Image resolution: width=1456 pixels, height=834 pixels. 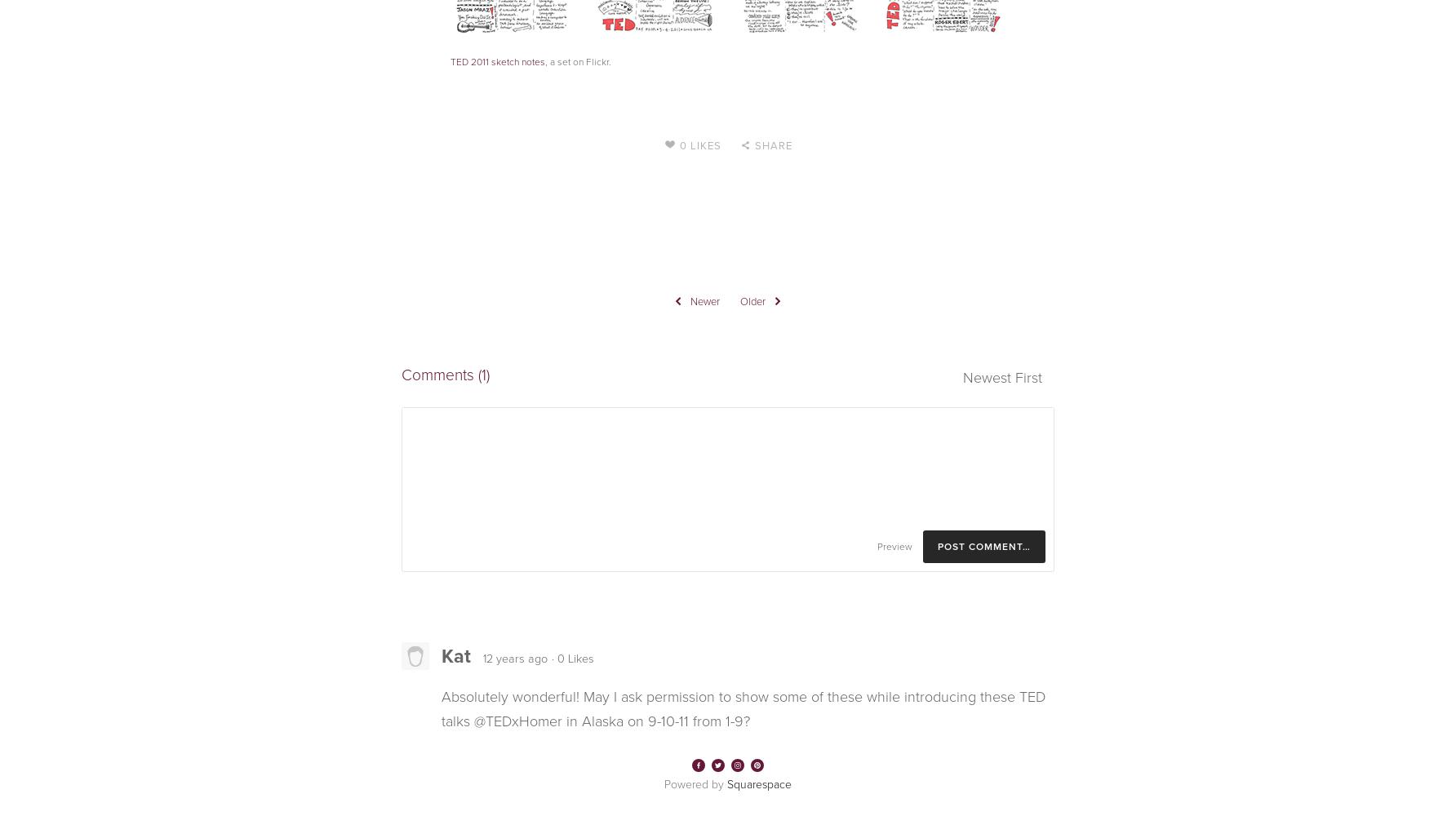 I want to click on '0 Likes', so click(x=678, y=144).